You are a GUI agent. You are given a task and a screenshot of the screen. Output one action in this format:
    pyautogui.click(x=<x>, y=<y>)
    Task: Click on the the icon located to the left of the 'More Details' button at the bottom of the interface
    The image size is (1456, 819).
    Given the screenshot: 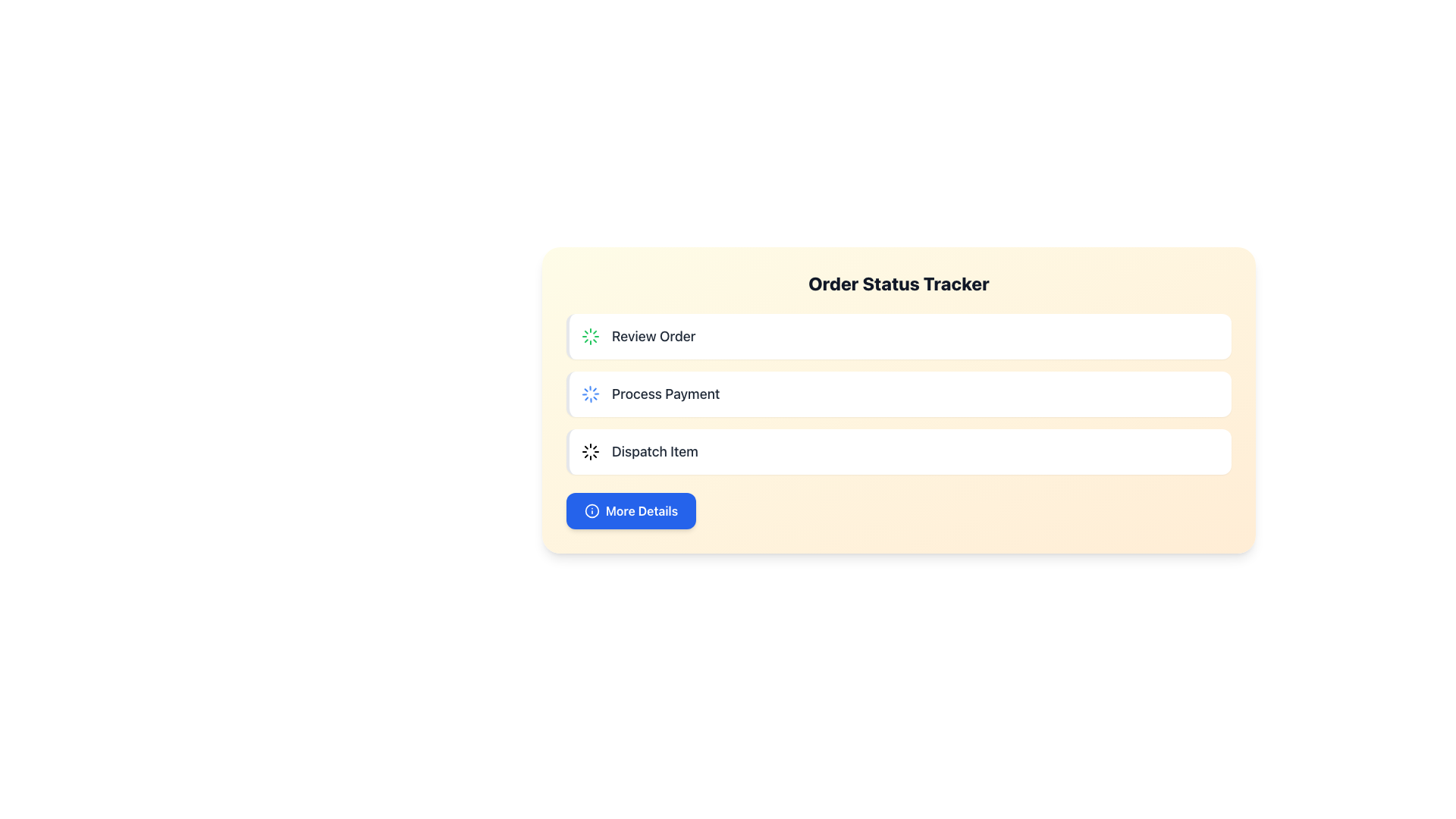 What is the action you would take?
    pyautogui.click(x=591, y=511)
    